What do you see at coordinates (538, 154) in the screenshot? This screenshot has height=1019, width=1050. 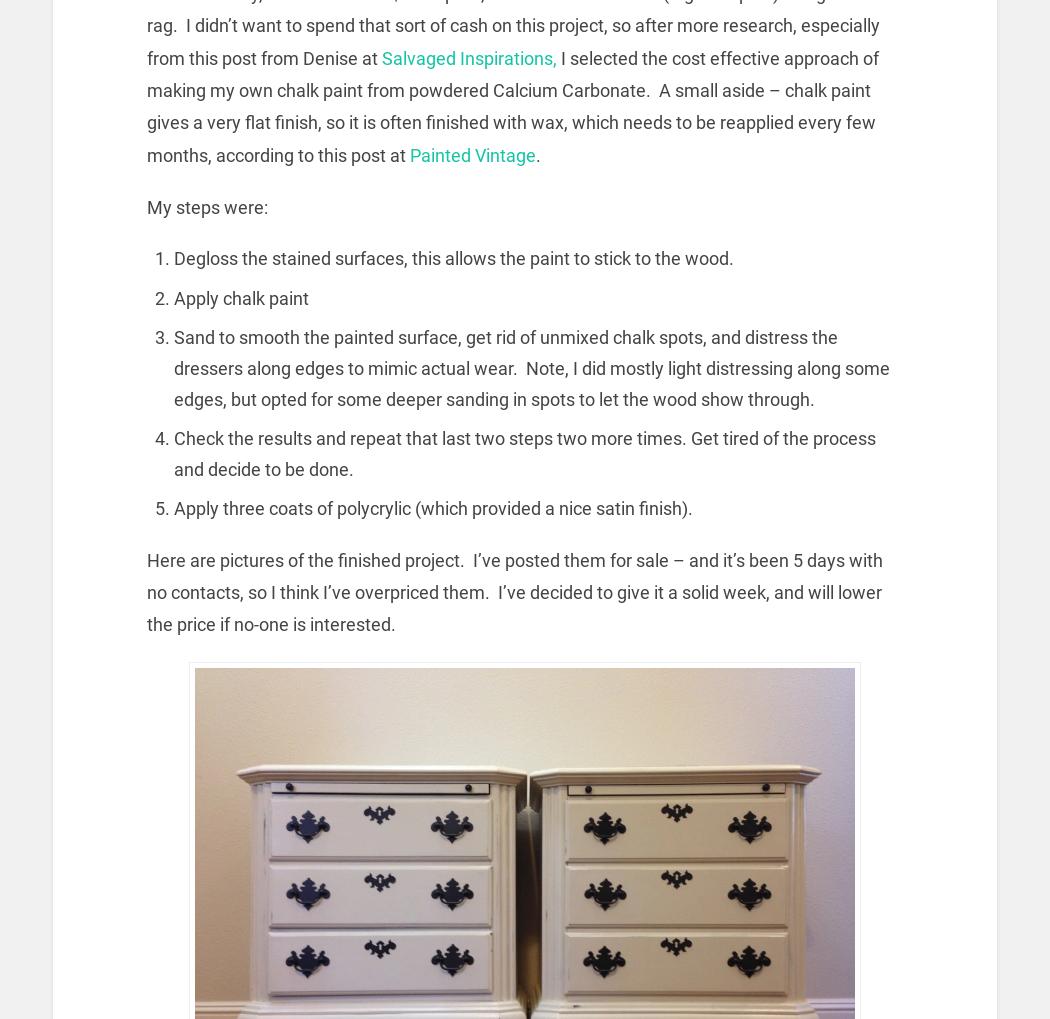 I see `'.'` at bounding box center [538, 154].